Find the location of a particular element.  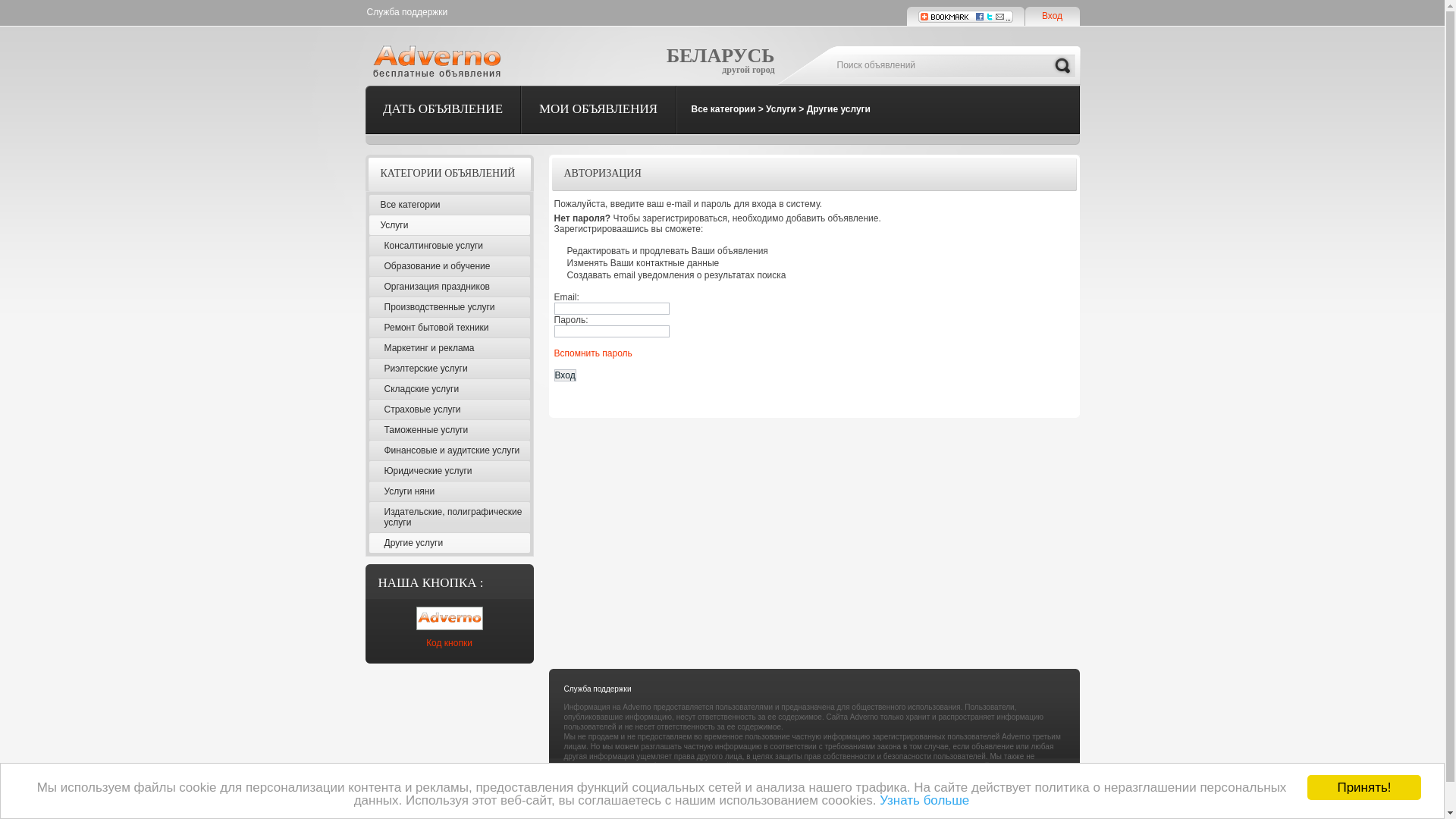

'Search' is located at coordinates (1062, 65).